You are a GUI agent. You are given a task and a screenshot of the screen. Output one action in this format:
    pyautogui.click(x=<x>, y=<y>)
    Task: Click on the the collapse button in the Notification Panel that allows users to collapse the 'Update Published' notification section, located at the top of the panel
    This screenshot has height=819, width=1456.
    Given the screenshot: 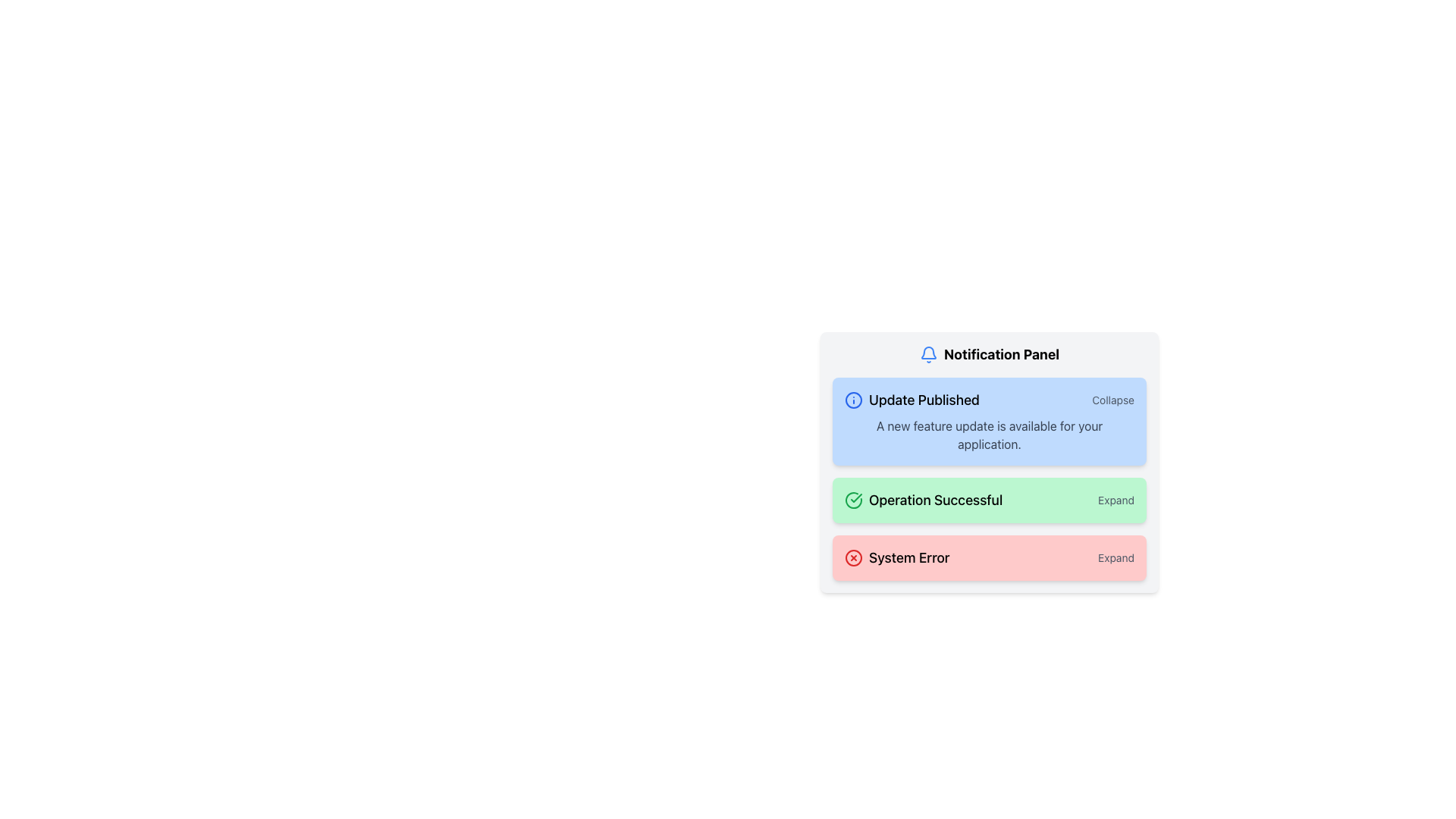 What is the action you would take?
    pyautogui.click(x=1113, y=400)
    